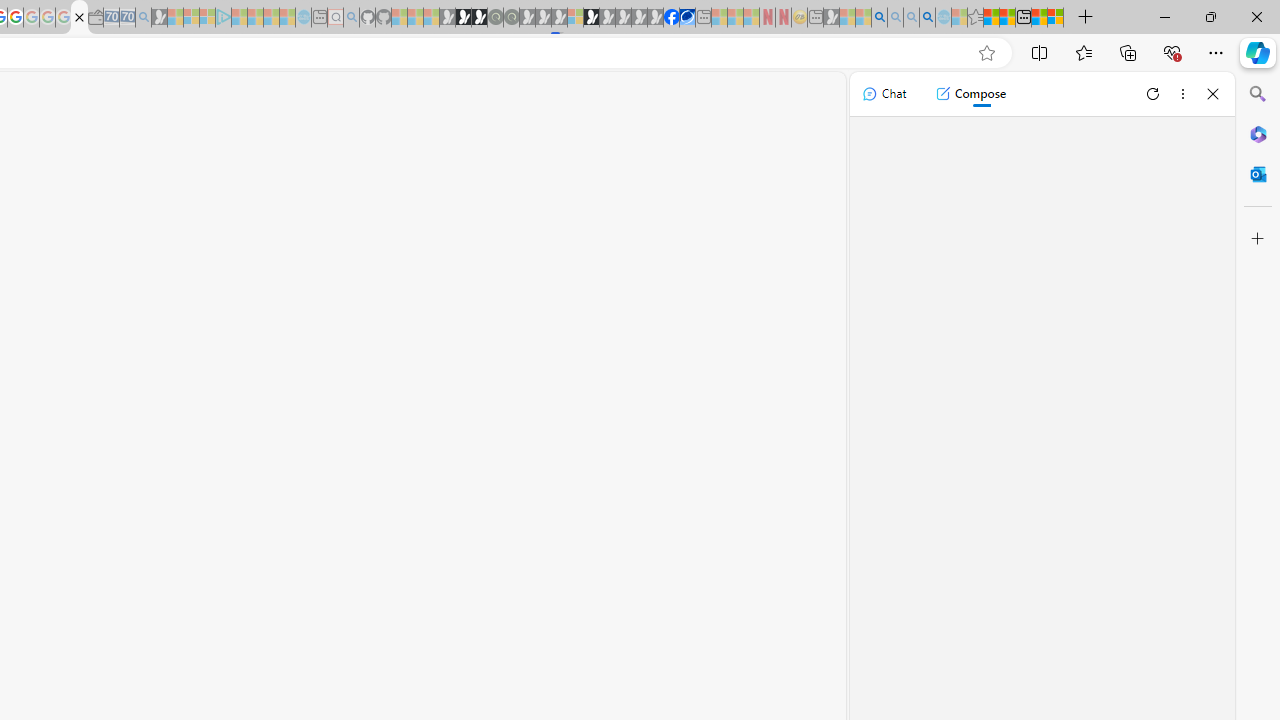 This screenshot has width=1280, height=720. Describe the element at coordinates (815, 17) in the screenshot. I see `'New tab - Sleeping'` at that location.